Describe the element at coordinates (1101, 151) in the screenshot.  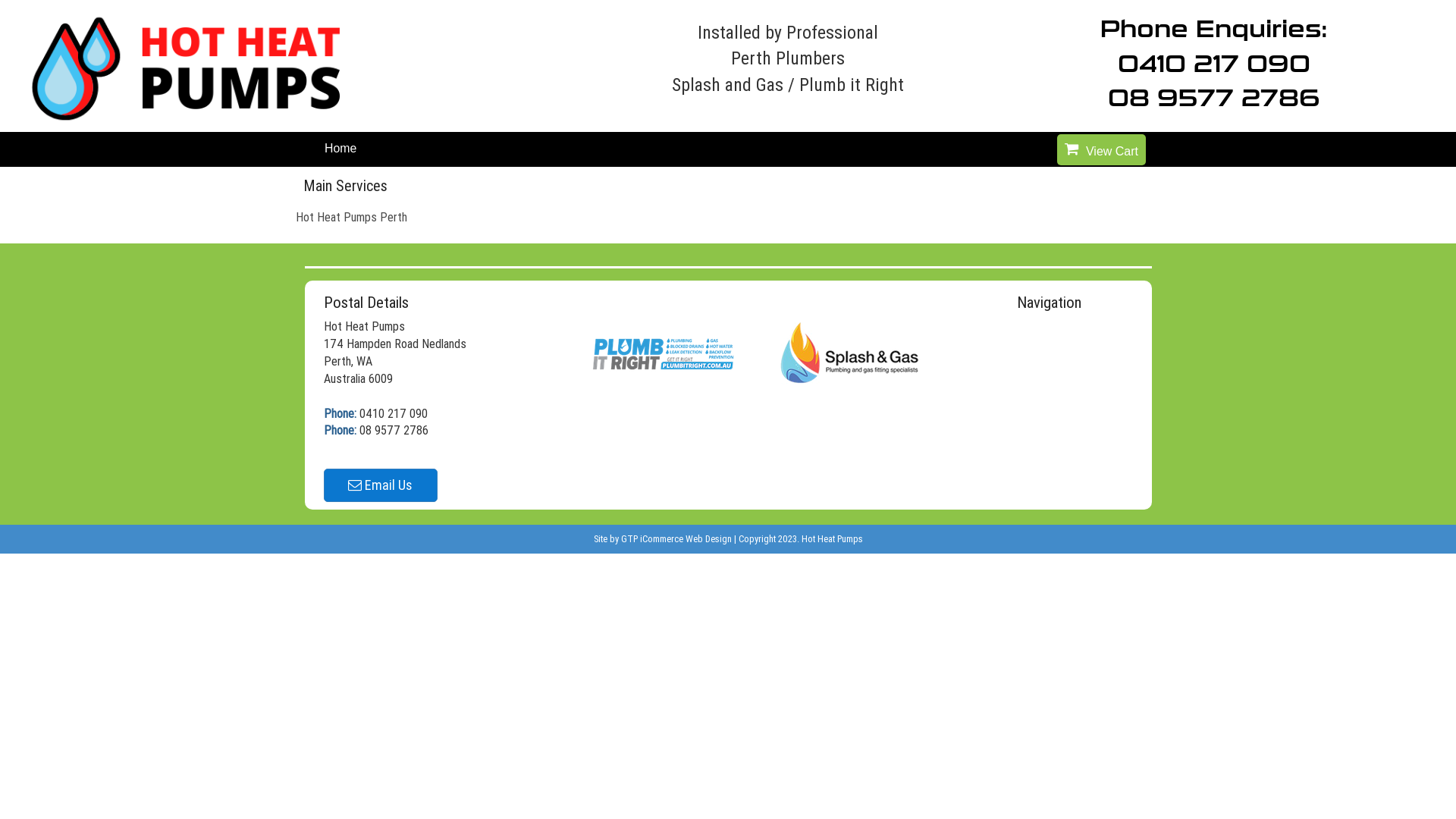
I see `'View Cart'` at that location.